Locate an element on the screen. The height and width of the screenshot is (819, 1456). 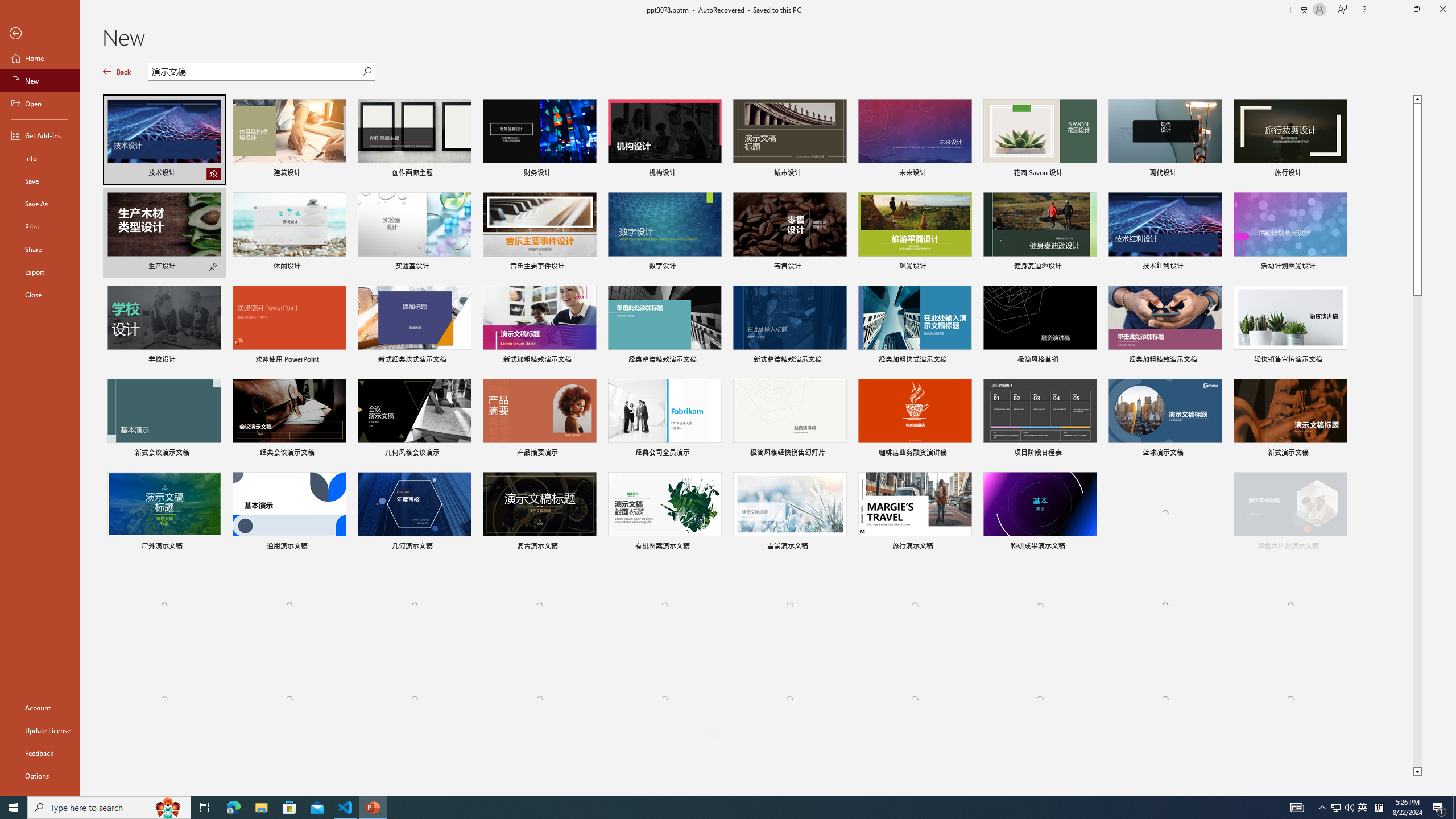
'Get Add-ins' is located at coordinates (39, 135).